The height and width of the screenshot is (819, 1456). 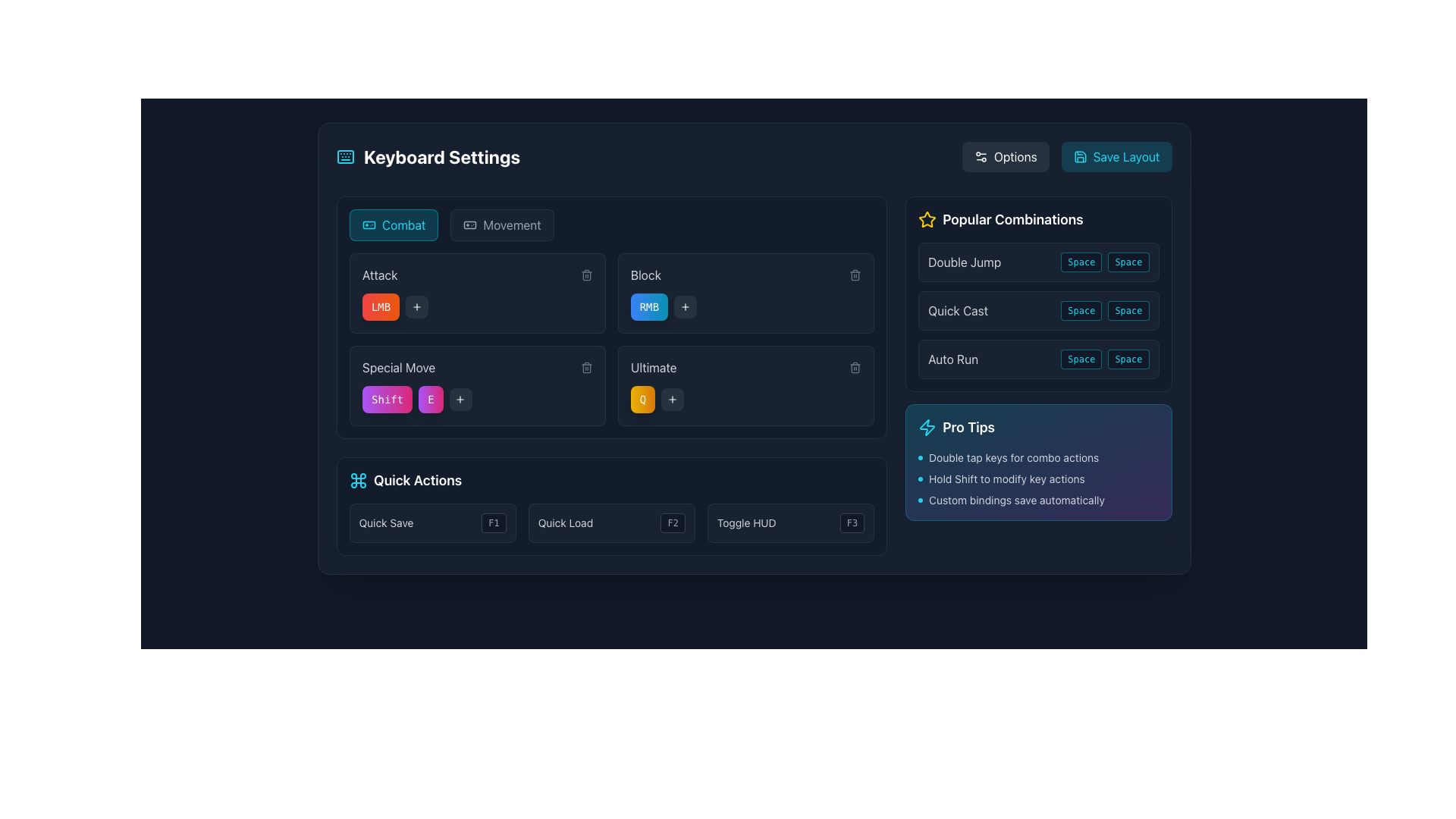 What do you see at coordinates (672, 399) in the screenshot?
I see `the square button with a semi-transparent dark gray background and a '+' symbol in its center, located to the immediate right of the yellow 'Q' button in the 'Ultimate' configuration section of the 'Keyboard Settings' panel` at bounding box center [672, 399].